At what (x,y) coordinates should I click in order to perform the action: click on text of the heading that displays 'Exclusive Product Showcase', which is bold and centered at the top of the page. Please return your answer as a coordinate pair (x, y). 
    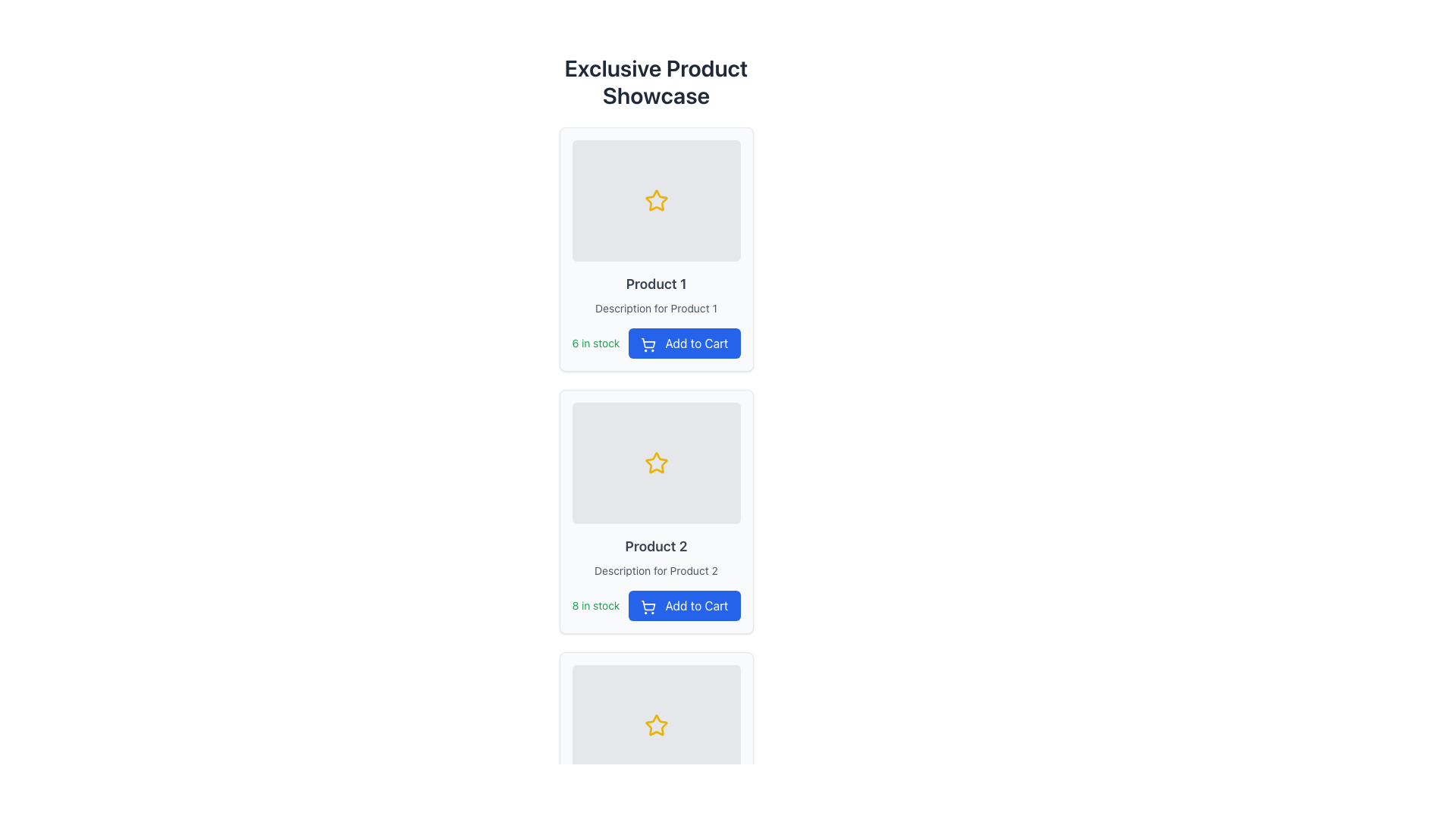
    Looking at the image, I should click on (656, 82).